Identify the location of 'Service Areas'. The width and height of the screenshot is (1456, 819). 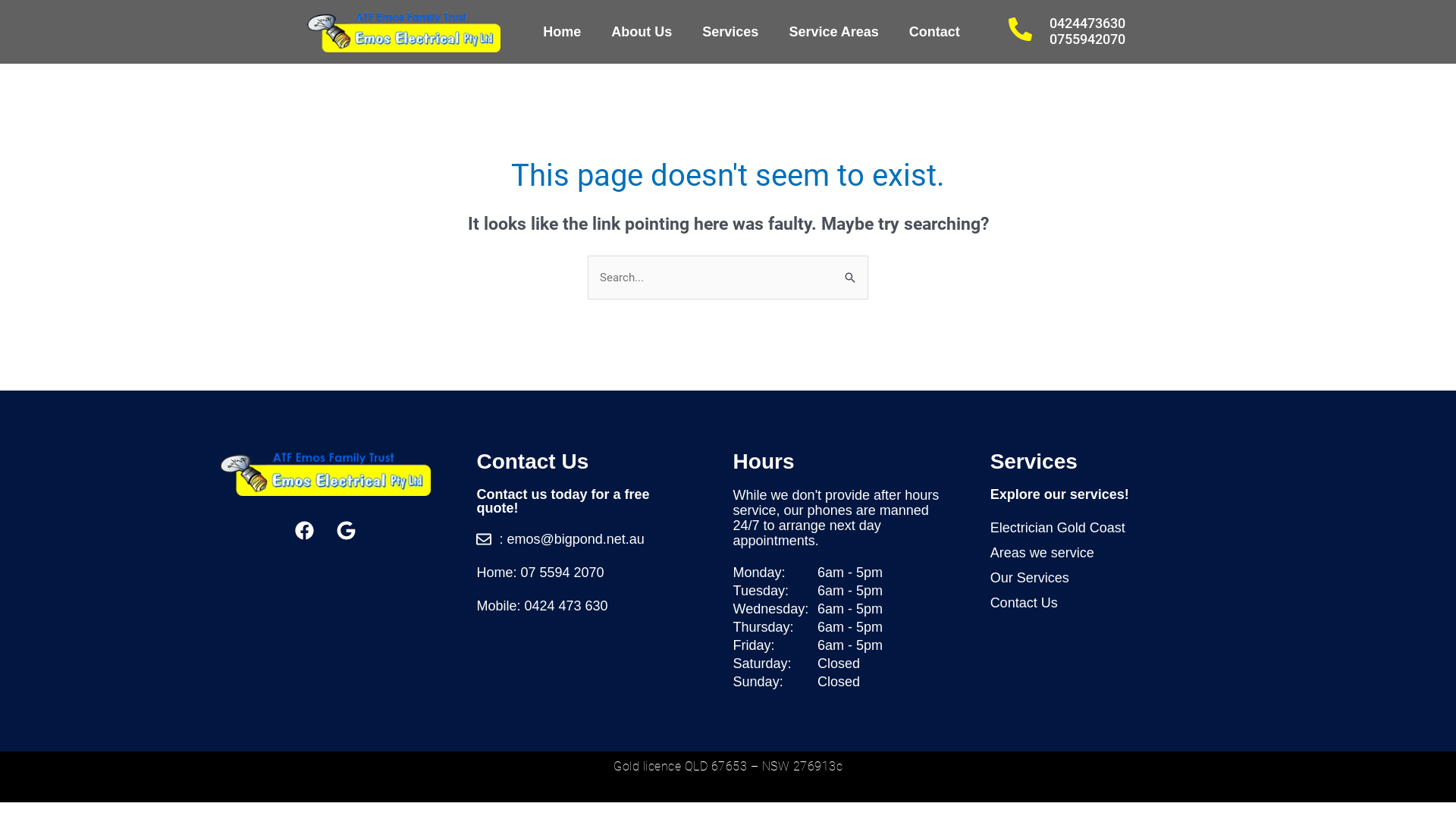
(833, 32).